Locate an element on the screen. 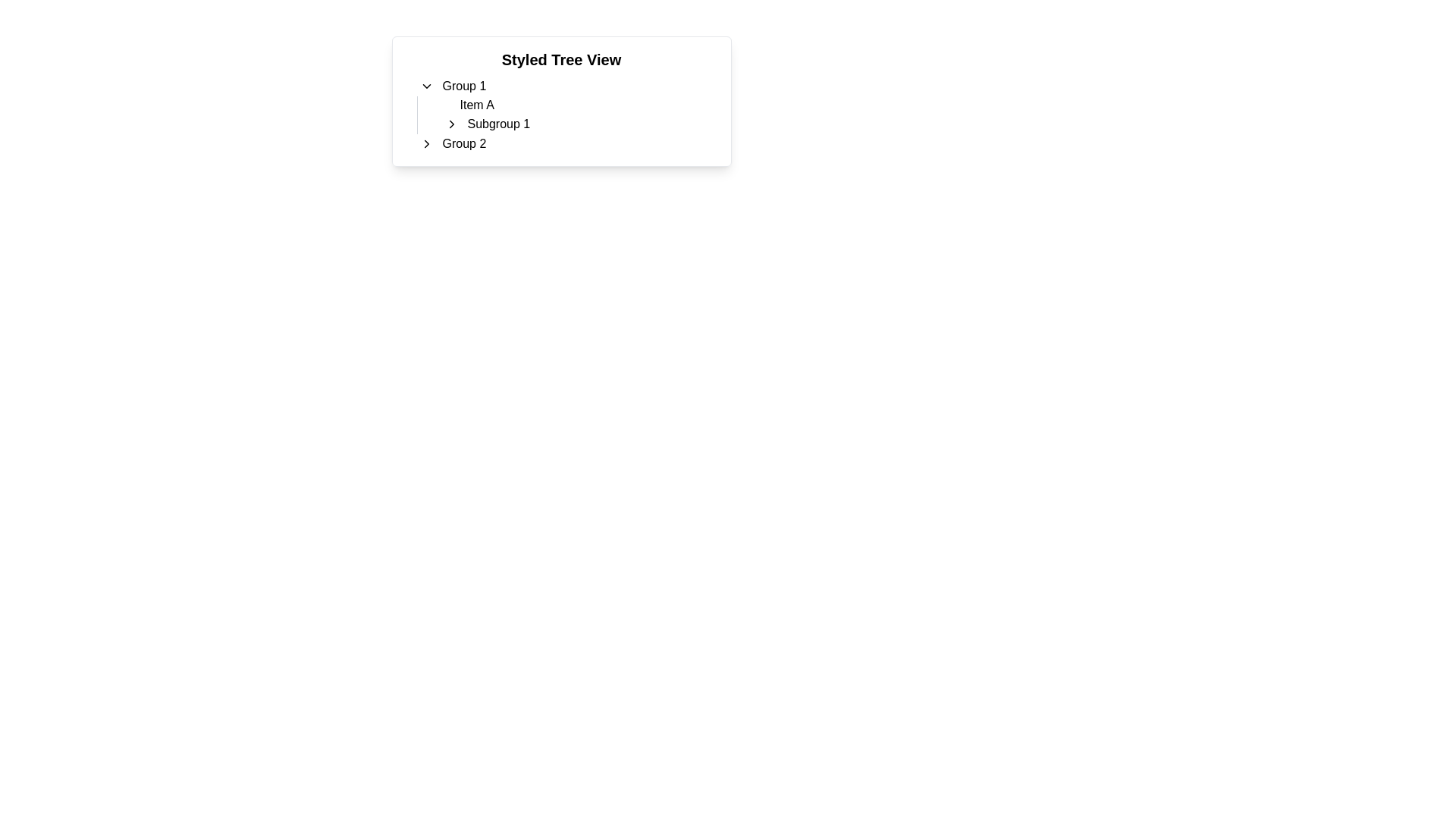 This screenshot has height=819, width=1456. the Chevron icon button located to the left of the label 'Subgroup 1' is located at coordinates (450, 124).